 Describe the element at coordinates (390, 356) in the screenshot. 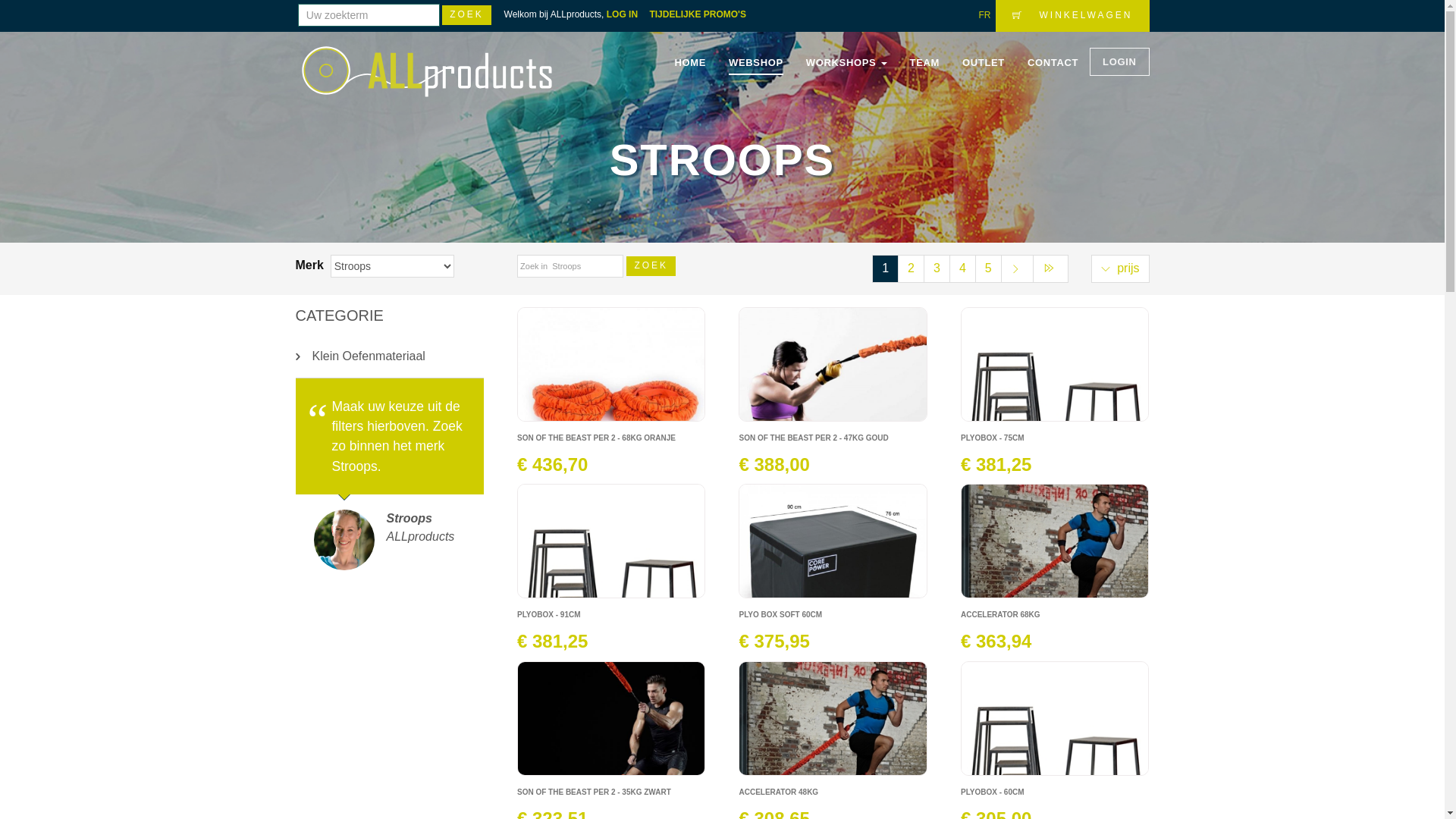

I see `'Klein Oefenmateriaal'` at that location.